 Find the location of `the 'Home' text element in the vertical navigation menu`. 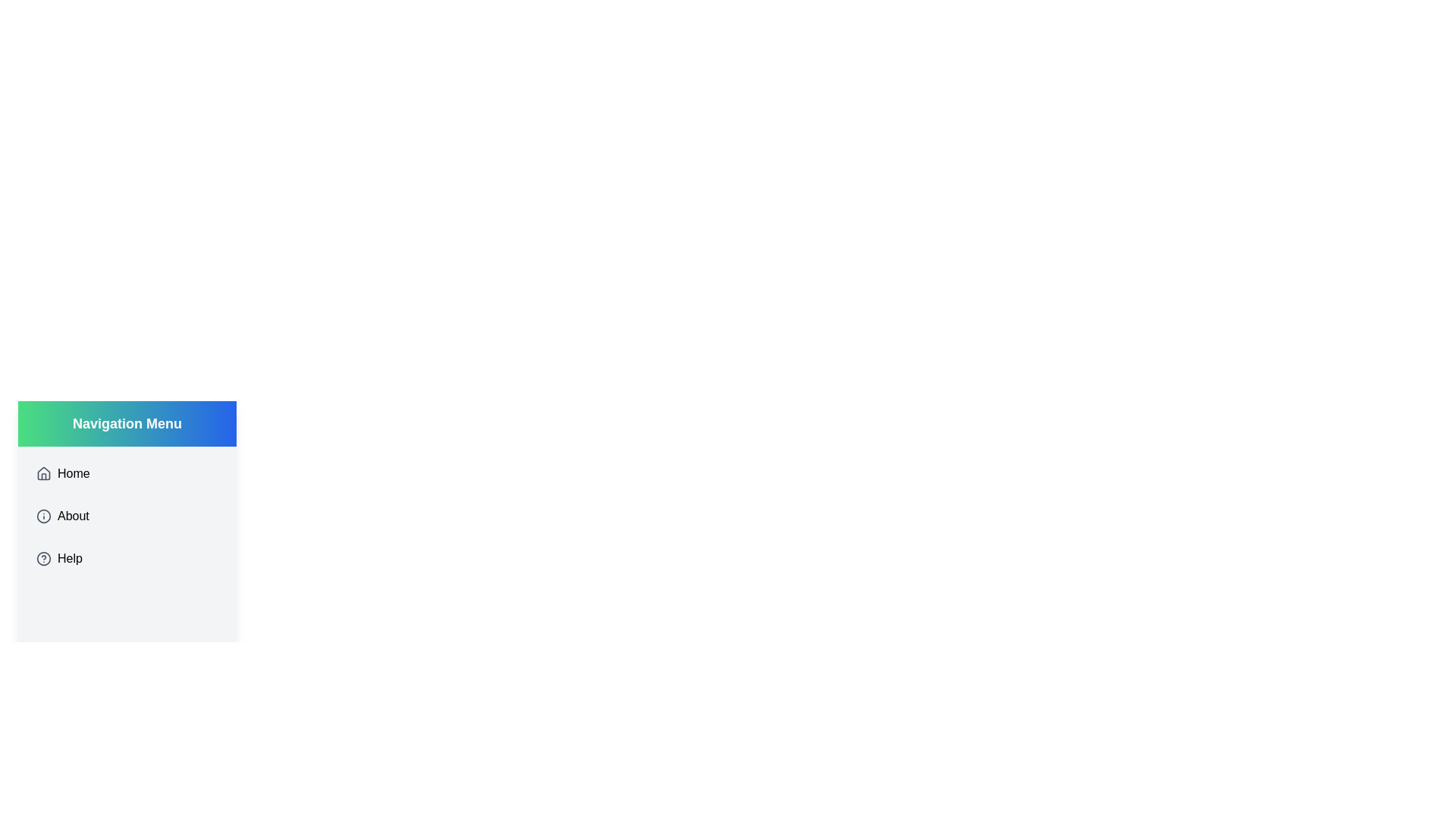

the 'Home' text element in the vertical navigation menu is located at coordinates (73, 472).